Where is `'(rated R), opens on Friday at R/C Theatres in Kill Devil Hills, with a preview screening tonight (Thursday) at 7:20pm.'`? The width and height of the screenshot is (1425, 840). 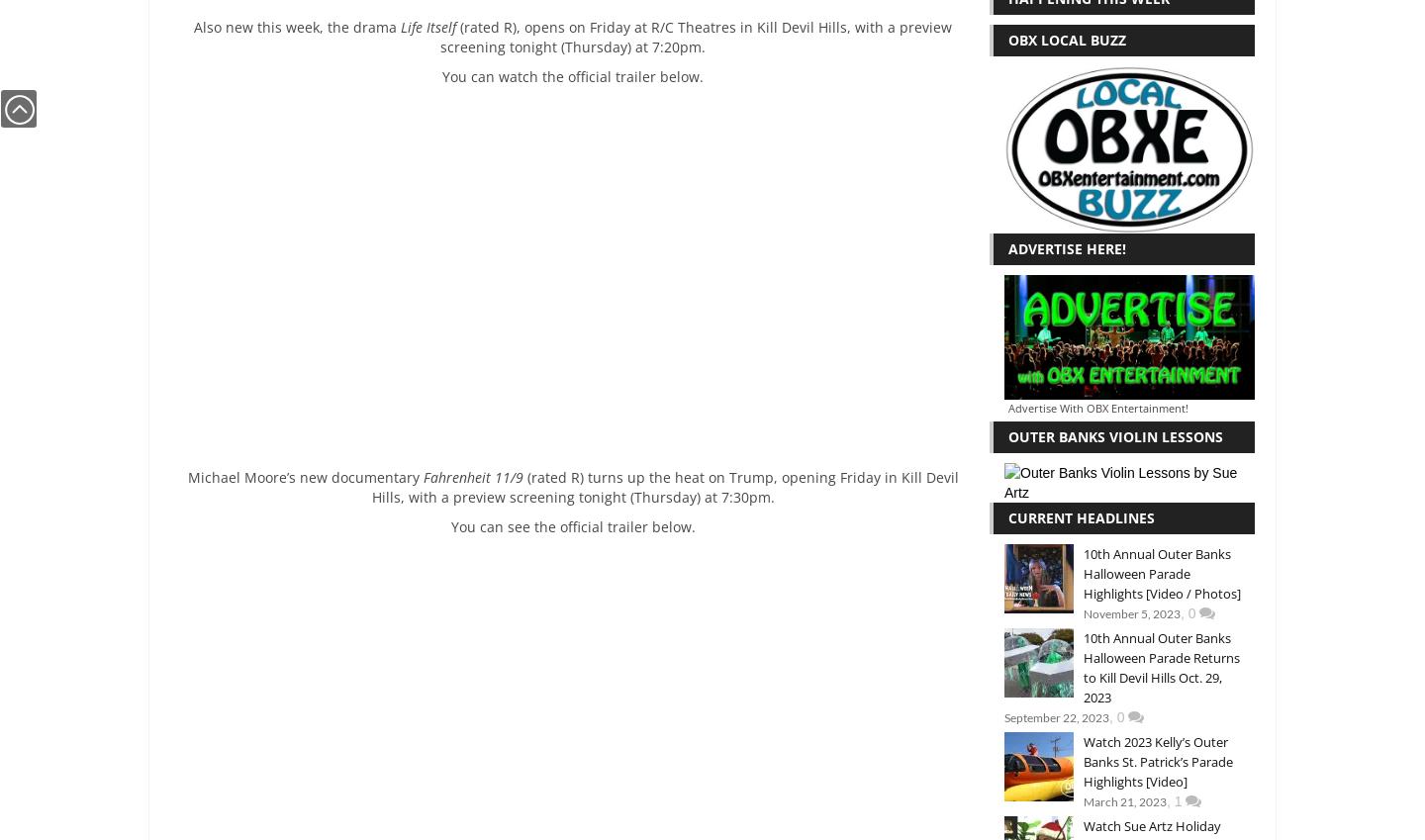
'(rated R), opens on Friday at R/C Theatres in Kill Devil Hills, with a preview screening tonight (Thursday) at 7:20pm.' is located at coordinates (696, 36).